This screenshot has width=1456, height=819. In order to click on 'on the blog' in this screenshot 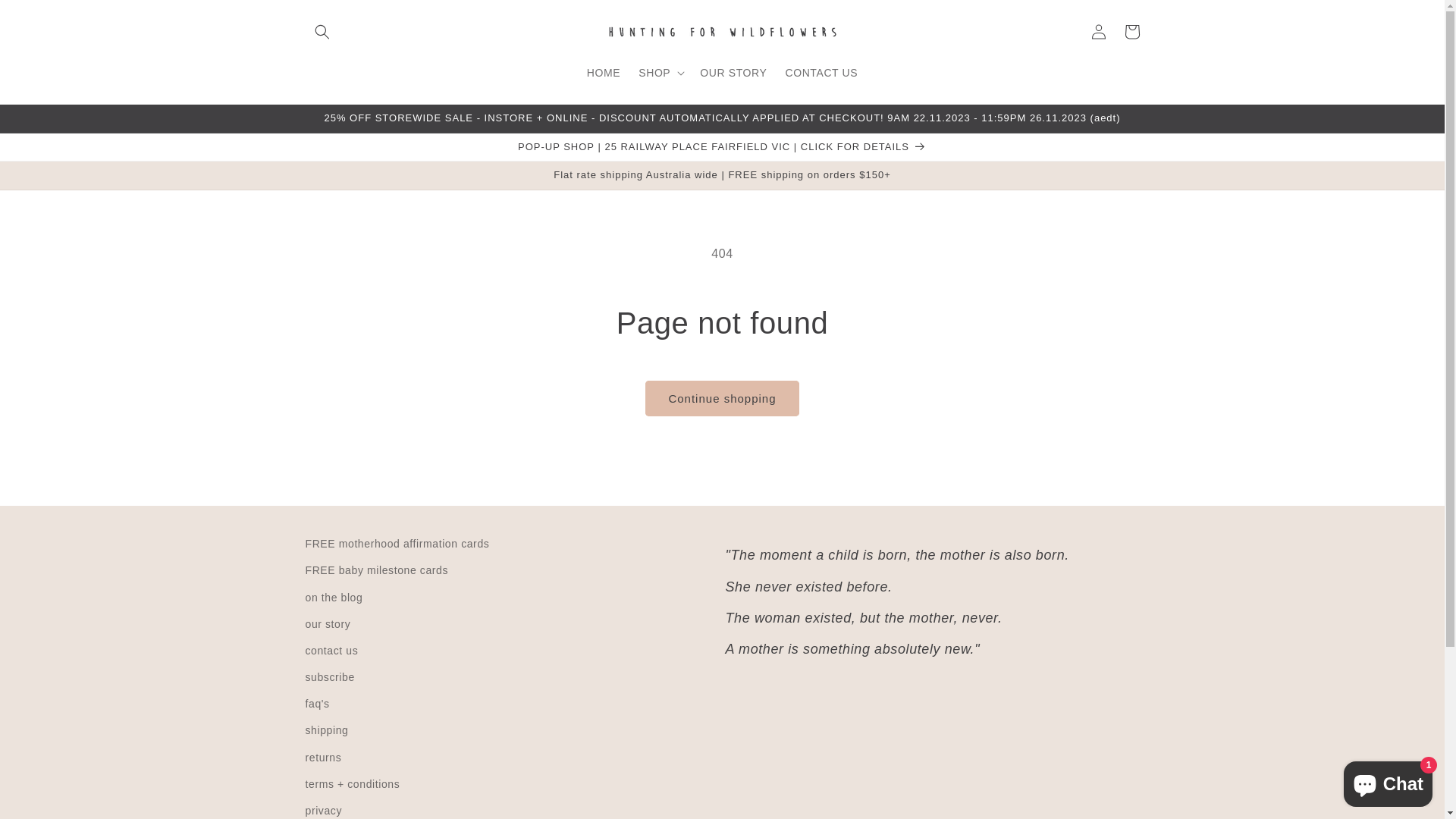, I will do `click(304, 597)`.